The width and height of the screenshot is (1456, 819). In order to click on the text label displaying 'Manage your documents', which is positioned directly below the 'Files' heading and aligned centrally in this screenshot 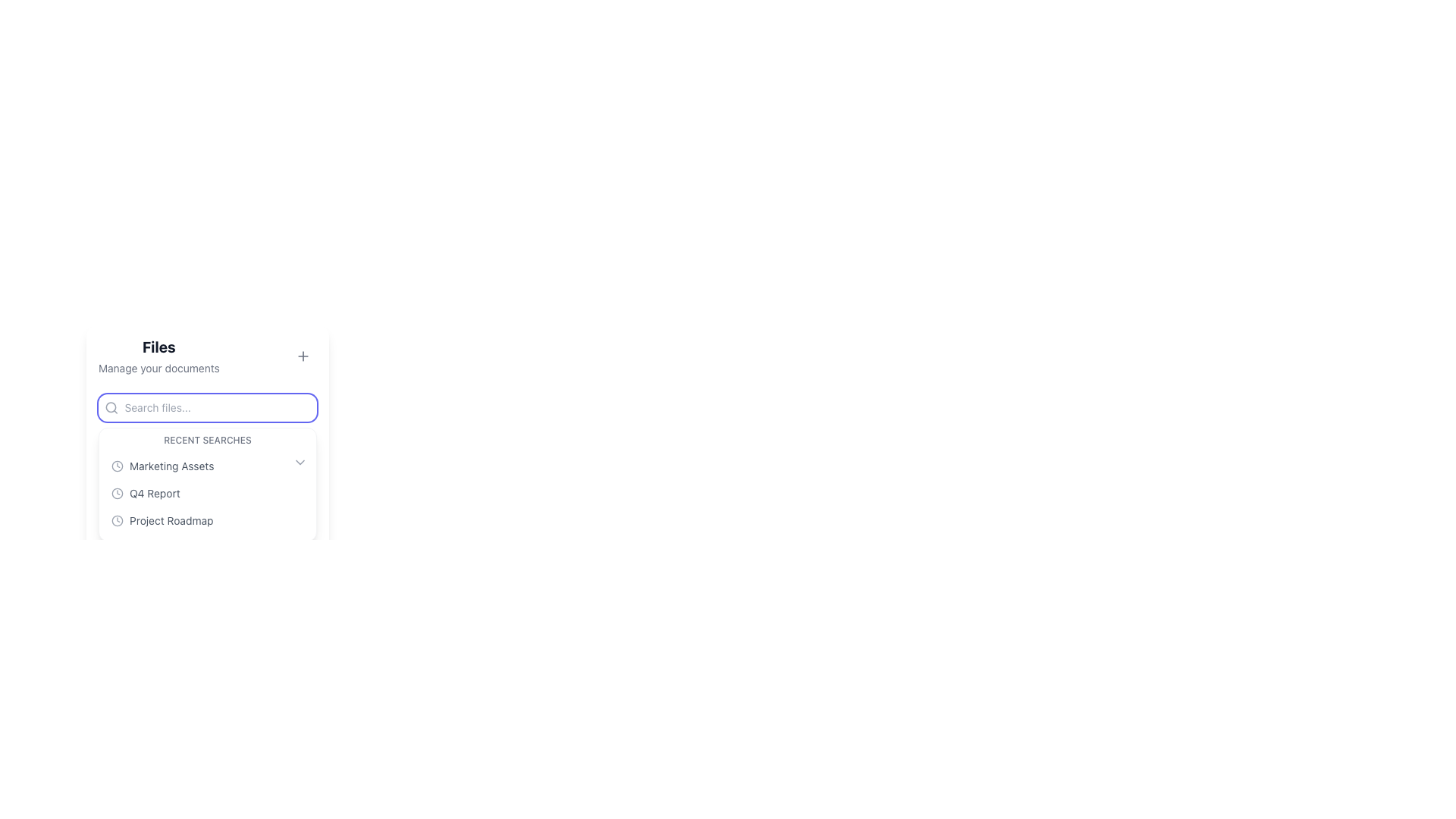, I will do `click(158, 369)`.